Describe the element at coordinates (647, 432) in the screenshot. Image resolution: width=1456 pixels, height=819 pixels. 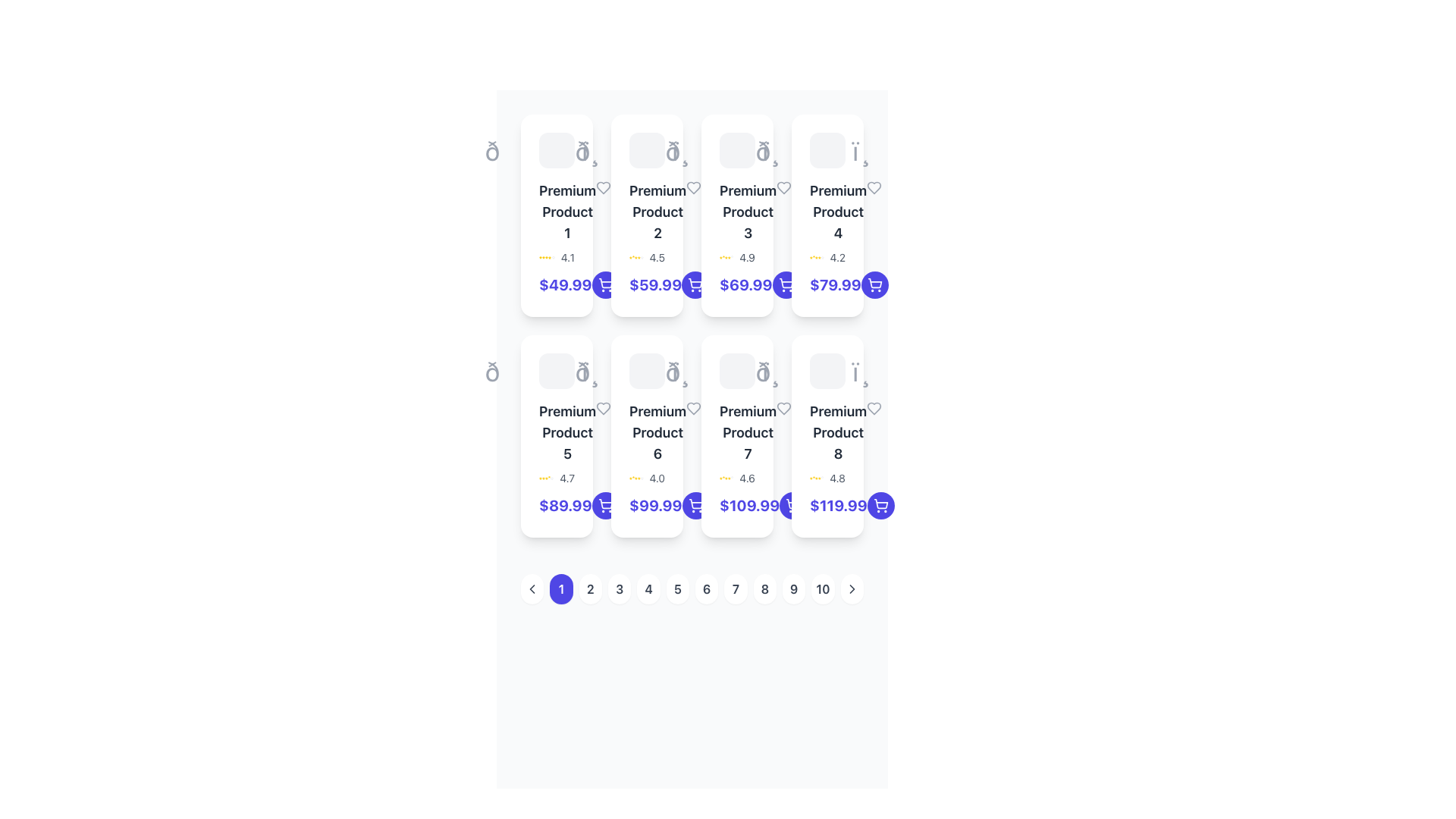
I see `text content of the product title label located in the second row and third column of the product card grid, positioned below the placeholder graphic and above the rating and pricing sections` at that location.